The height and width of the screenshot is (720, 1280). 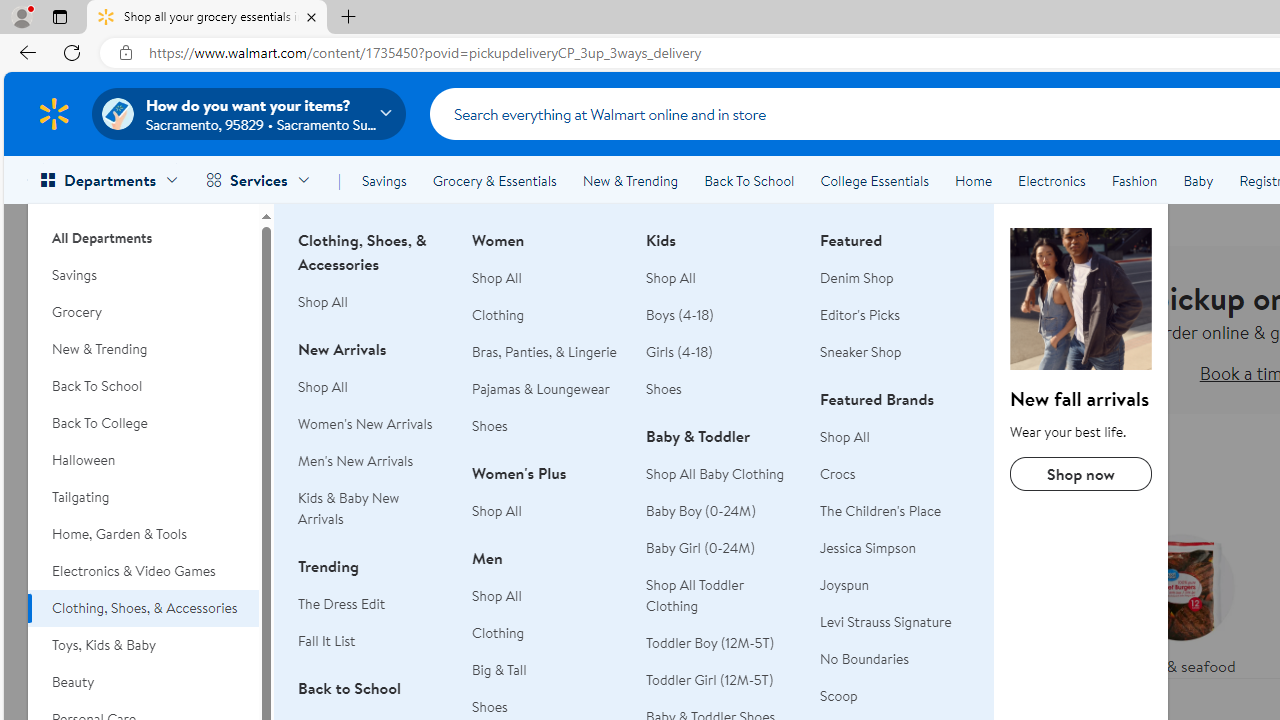 What do you see at coordinates (720, 679) in the screenshot?
I see `'Toddler Girl (12M-5T)'` at bounding box center [720, 679].